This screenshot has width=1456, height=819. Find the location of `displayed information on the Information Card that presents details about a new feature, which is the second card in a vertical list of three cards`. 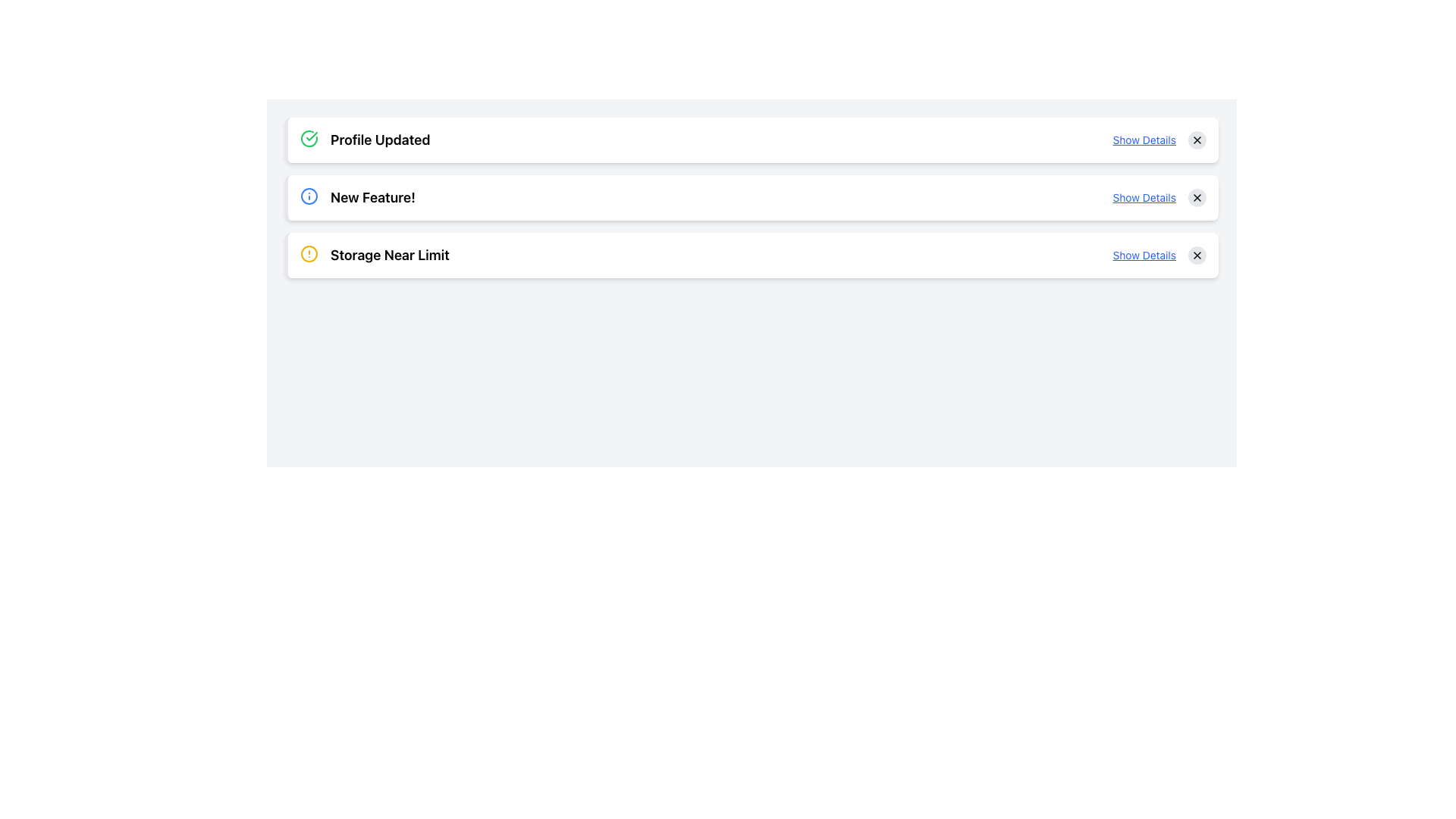

displayed information on the Information Card that presents details about a new feature, which is the second card in a vertical list of three cards is located at coordinates (752, 197).